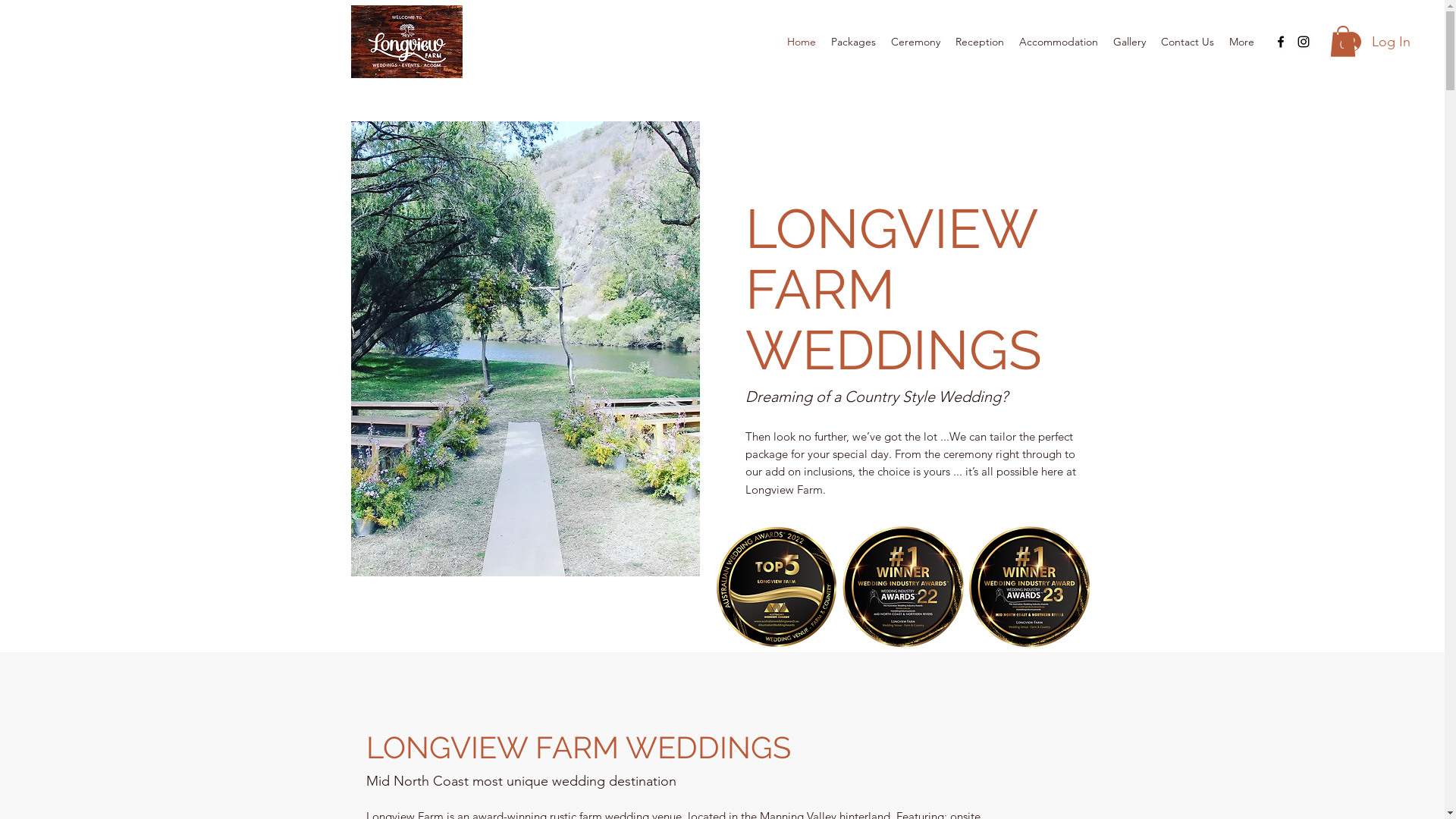 The width and height of the screenshot is (1456, 819). I want to click on 'Log In', so click(1376, 40).